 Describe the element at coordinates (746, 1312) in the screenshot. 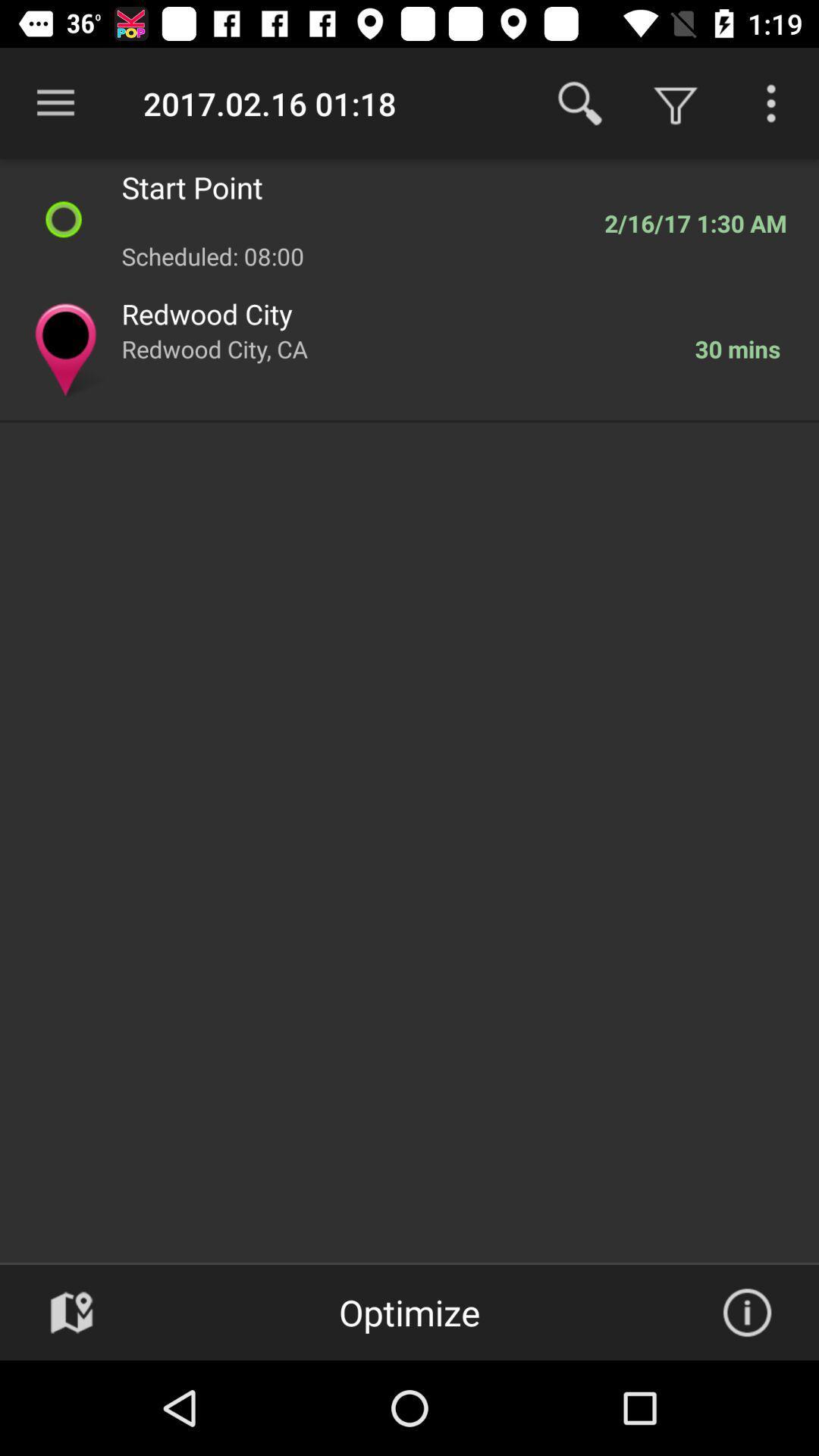

I see `info box` at that location.